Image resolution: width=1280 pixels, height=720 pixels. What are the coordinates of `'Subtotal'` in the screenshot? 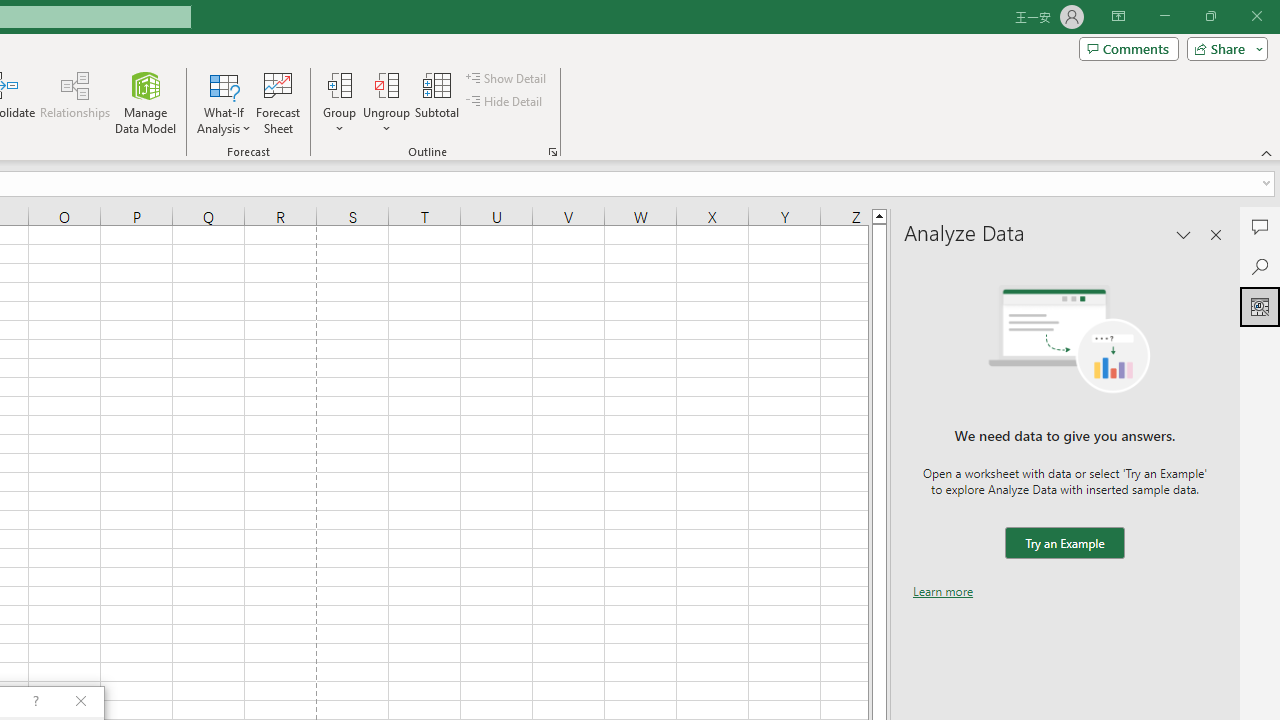 It's located at (436, 103).